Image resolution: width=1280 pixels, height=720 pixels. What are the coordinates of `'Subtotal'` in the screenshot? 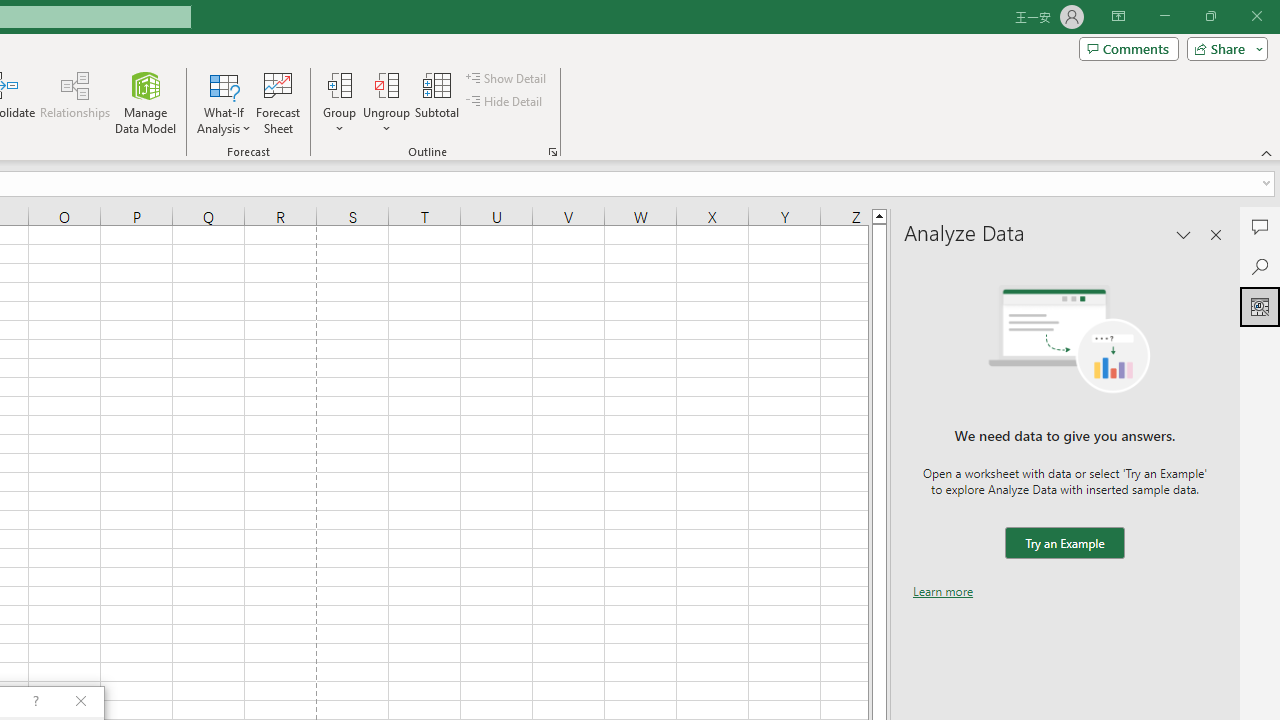 It's located at (436, 103).